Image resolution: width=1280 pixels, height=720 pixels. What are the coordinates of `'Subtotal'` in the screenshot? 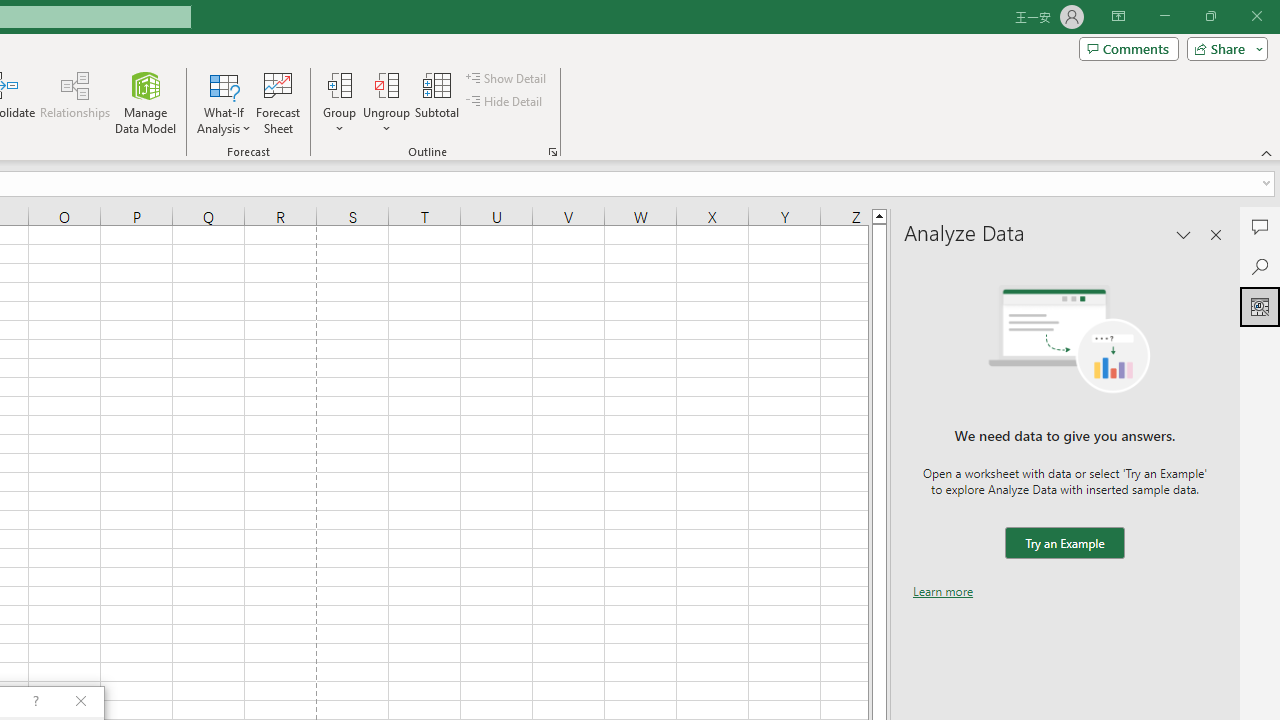 It's located at (436, 103).